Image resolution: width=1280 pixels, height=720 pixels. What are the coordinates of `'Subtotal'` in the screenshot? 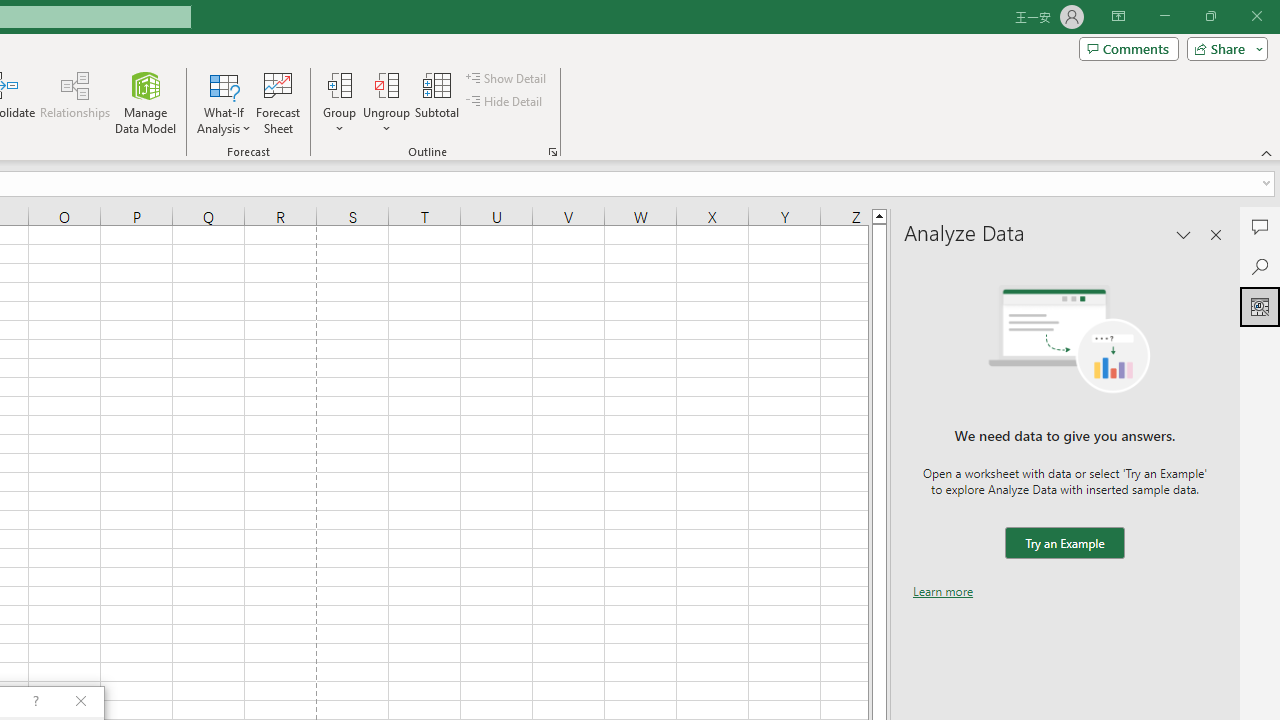 It's located at (436, 103).